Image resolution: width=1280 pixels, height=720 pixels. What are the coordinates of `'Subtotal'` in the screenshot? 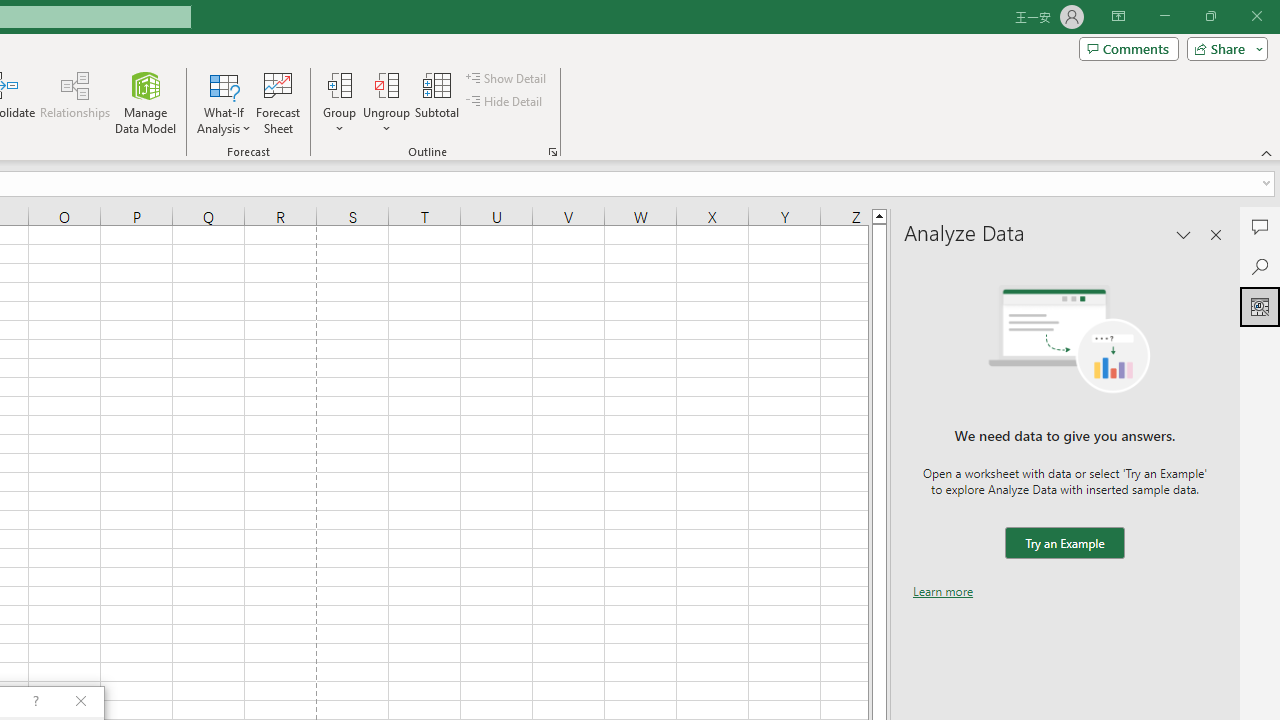 It's located at (436, 103).